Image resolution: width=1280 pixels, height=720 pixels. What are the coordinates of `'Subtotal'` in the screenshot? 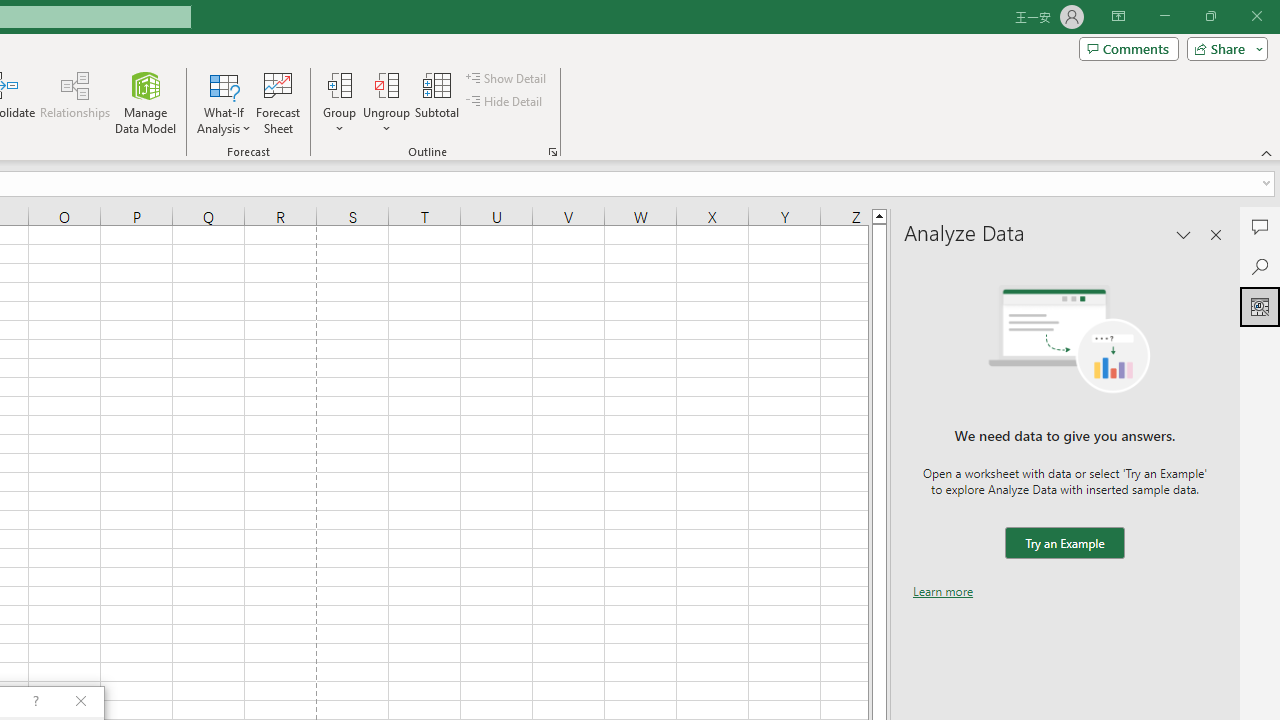 It's located at (436, 103).